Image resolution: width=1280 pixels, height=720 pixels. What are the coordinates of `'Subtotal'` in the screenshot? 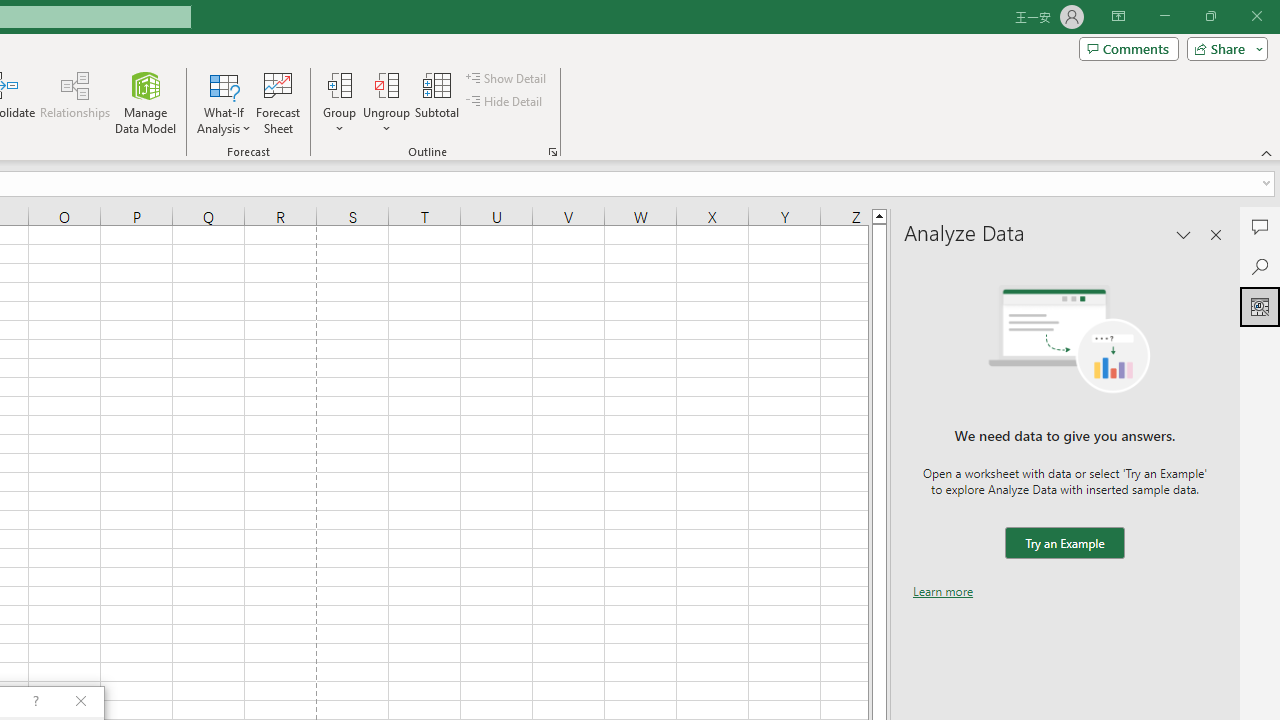 It's located at (436, 103).